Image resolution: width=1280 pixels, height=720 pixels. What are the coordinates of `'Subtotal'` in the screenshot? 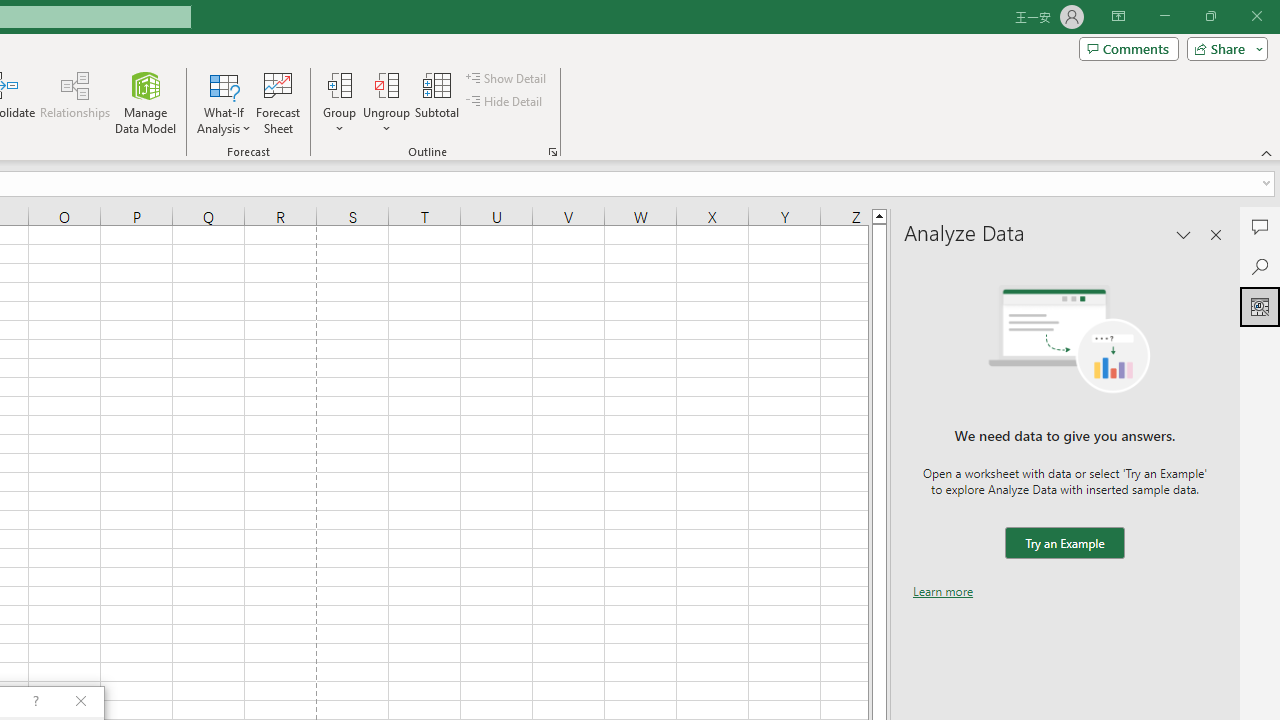 It's located at (436, 103).